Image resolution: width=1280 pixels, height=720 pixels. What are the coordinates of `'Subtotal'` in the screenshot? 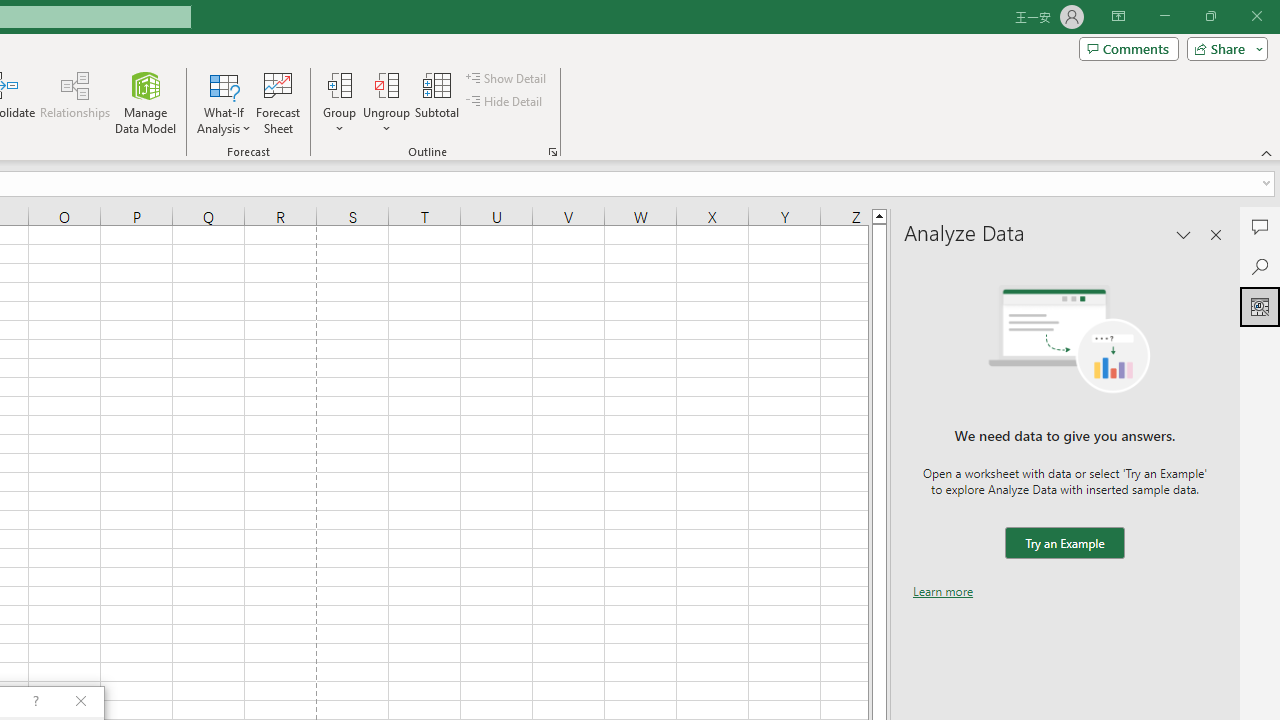 It's located at (436, 103).